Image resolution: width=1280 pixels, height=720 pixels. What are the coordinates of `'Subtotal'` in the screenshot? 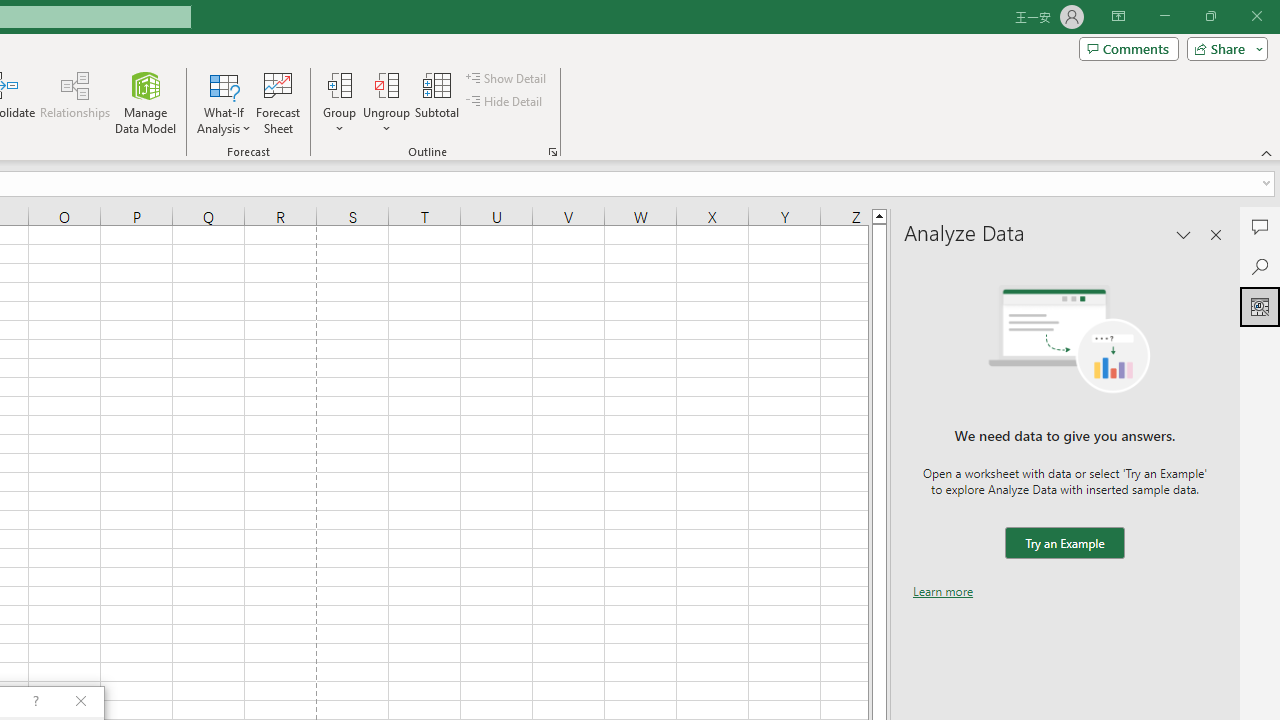 It's located at (436, 103).